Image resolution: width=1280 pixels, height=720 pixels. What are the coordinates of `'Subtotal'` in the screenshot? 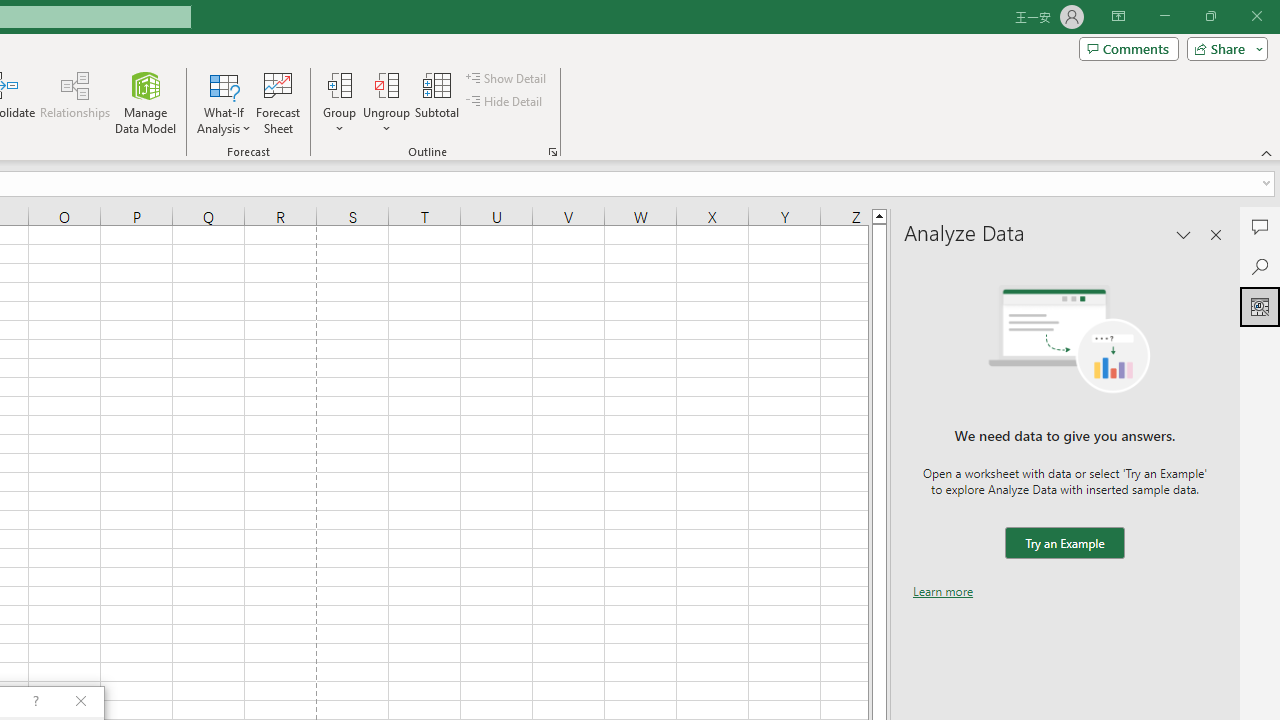 It's located at (436, 103).